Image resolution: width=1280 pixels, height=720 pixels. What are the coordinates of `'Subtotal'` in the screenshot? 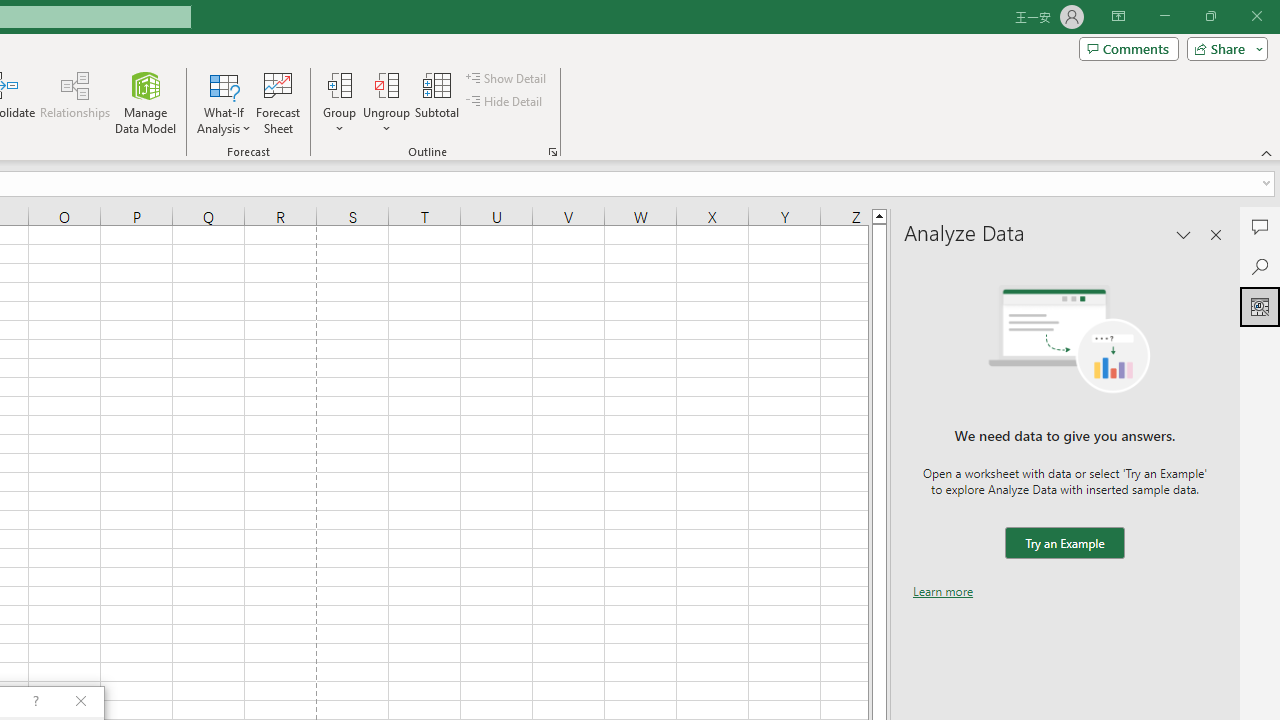 It's located at (436, 103).